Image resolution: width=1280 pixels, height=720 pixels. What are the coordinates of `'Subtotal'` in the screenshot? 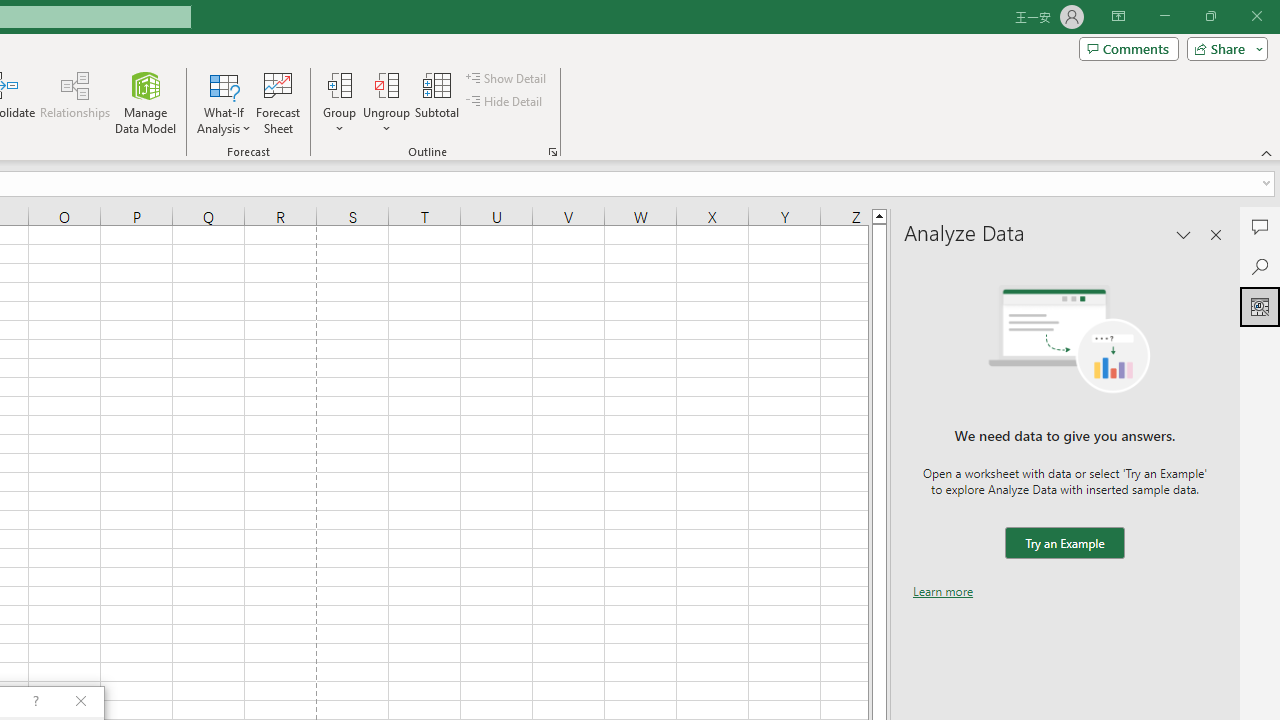 It's located at (436, 103).